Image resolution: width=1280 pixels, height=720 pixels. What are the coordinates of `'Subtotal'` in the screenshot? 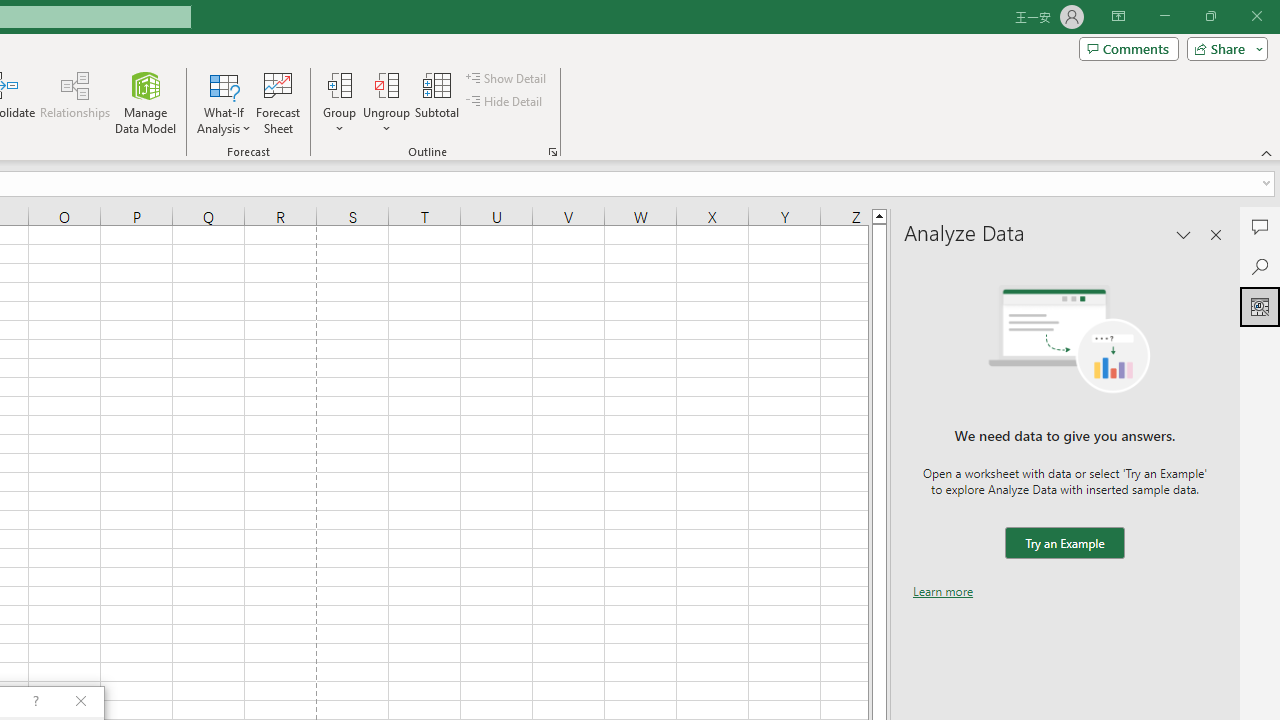 It's located at (436, 103).